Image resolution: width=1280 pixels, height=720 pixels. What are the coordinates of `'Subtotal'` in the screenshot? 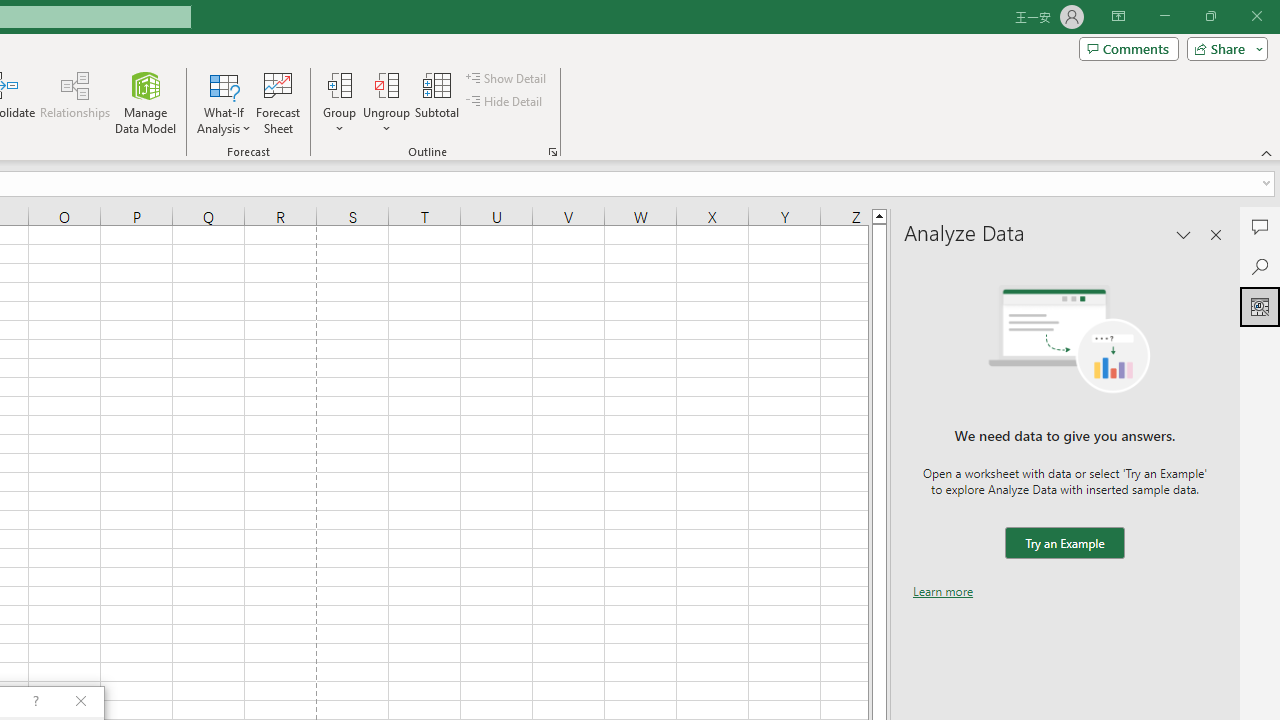 It's located at (436, 103).